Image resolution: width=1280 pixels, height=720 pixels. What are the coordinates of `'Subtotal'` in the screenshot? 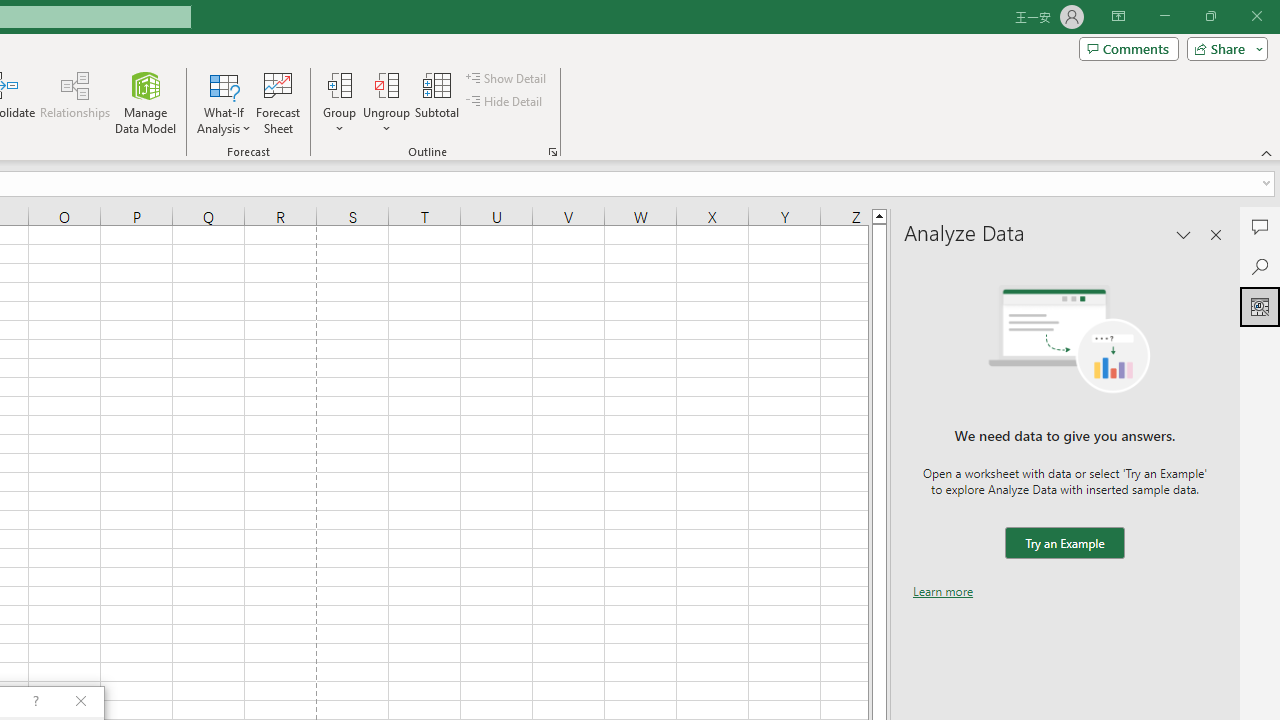 It's located at (436, 103).